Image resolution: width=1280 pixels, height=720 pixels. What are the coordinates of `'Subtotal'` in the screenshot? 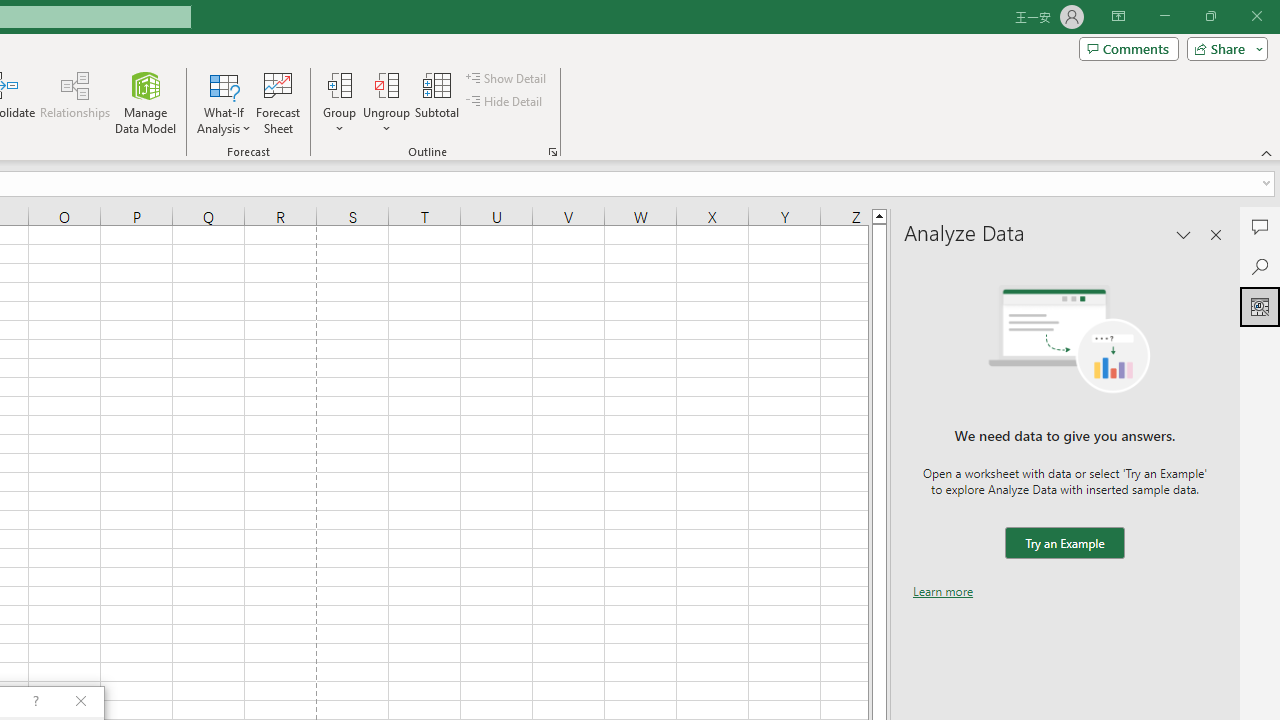 It's located at (436, 103).